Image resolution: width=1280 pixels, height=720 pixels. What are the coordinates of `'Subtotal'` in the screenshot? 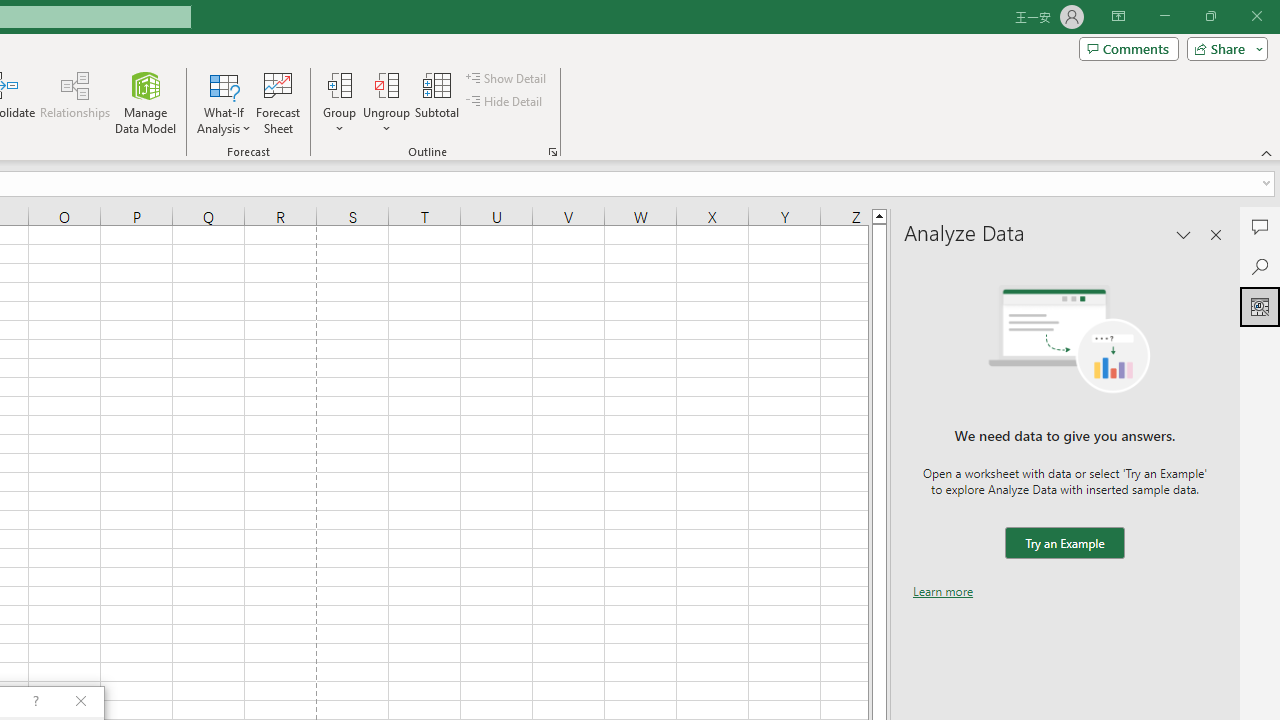 It's located at (436, 103).